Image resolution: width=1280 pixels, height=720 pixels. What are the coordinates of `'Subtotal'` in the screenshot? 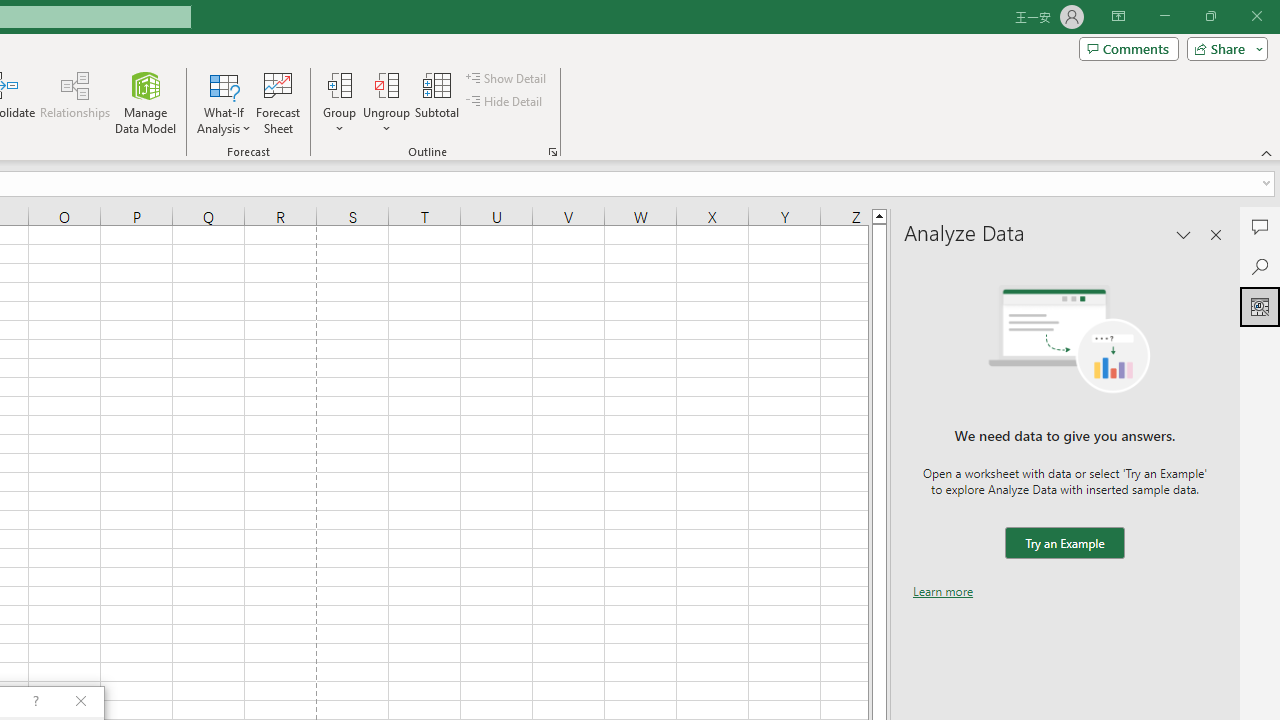 It's located at (436, 103).